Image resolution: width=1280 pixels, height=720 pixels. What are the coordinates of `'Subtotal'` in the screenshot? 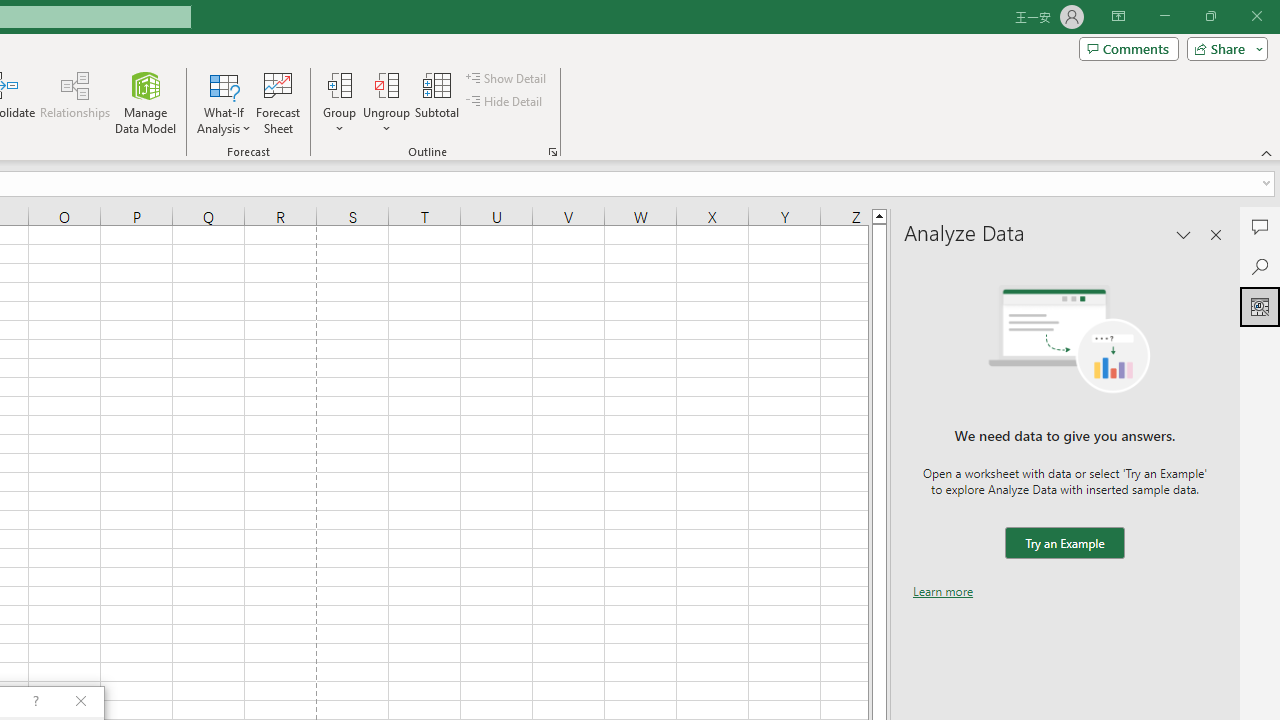 It's located at (436, 103).